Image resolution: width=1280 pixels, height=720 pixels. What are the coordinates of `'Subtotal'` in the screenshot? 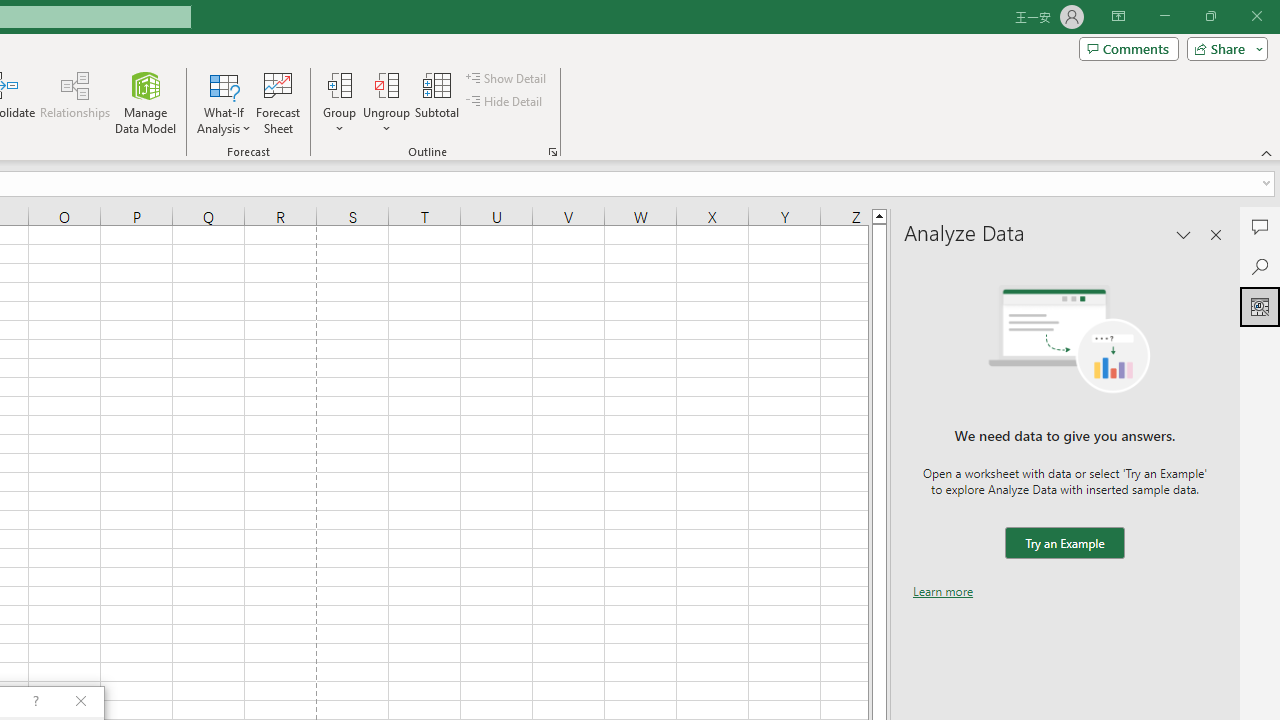 It's located at (436, 103).